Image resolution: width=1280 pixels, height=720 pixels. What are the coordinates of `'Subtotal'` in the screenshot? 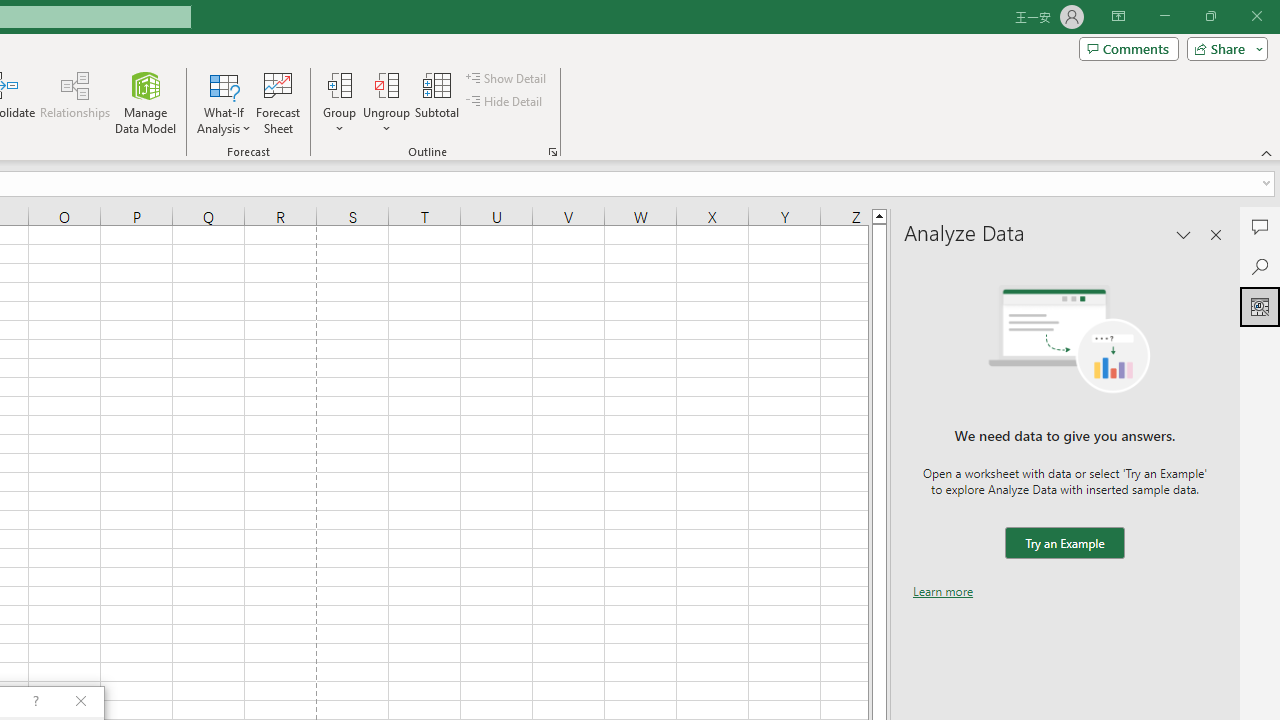 It's located at (436, 103).